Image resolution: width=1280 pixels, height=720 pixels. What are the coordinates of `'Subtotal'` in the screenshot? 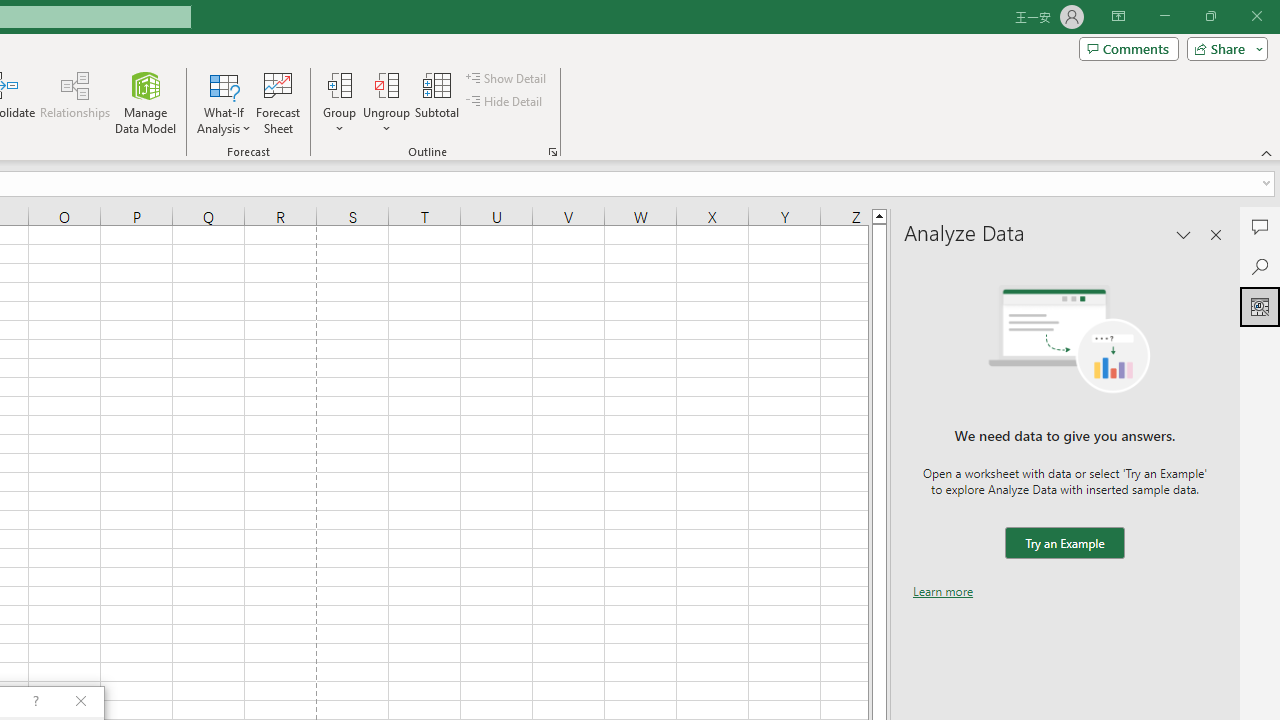 It's located at (436, 103).